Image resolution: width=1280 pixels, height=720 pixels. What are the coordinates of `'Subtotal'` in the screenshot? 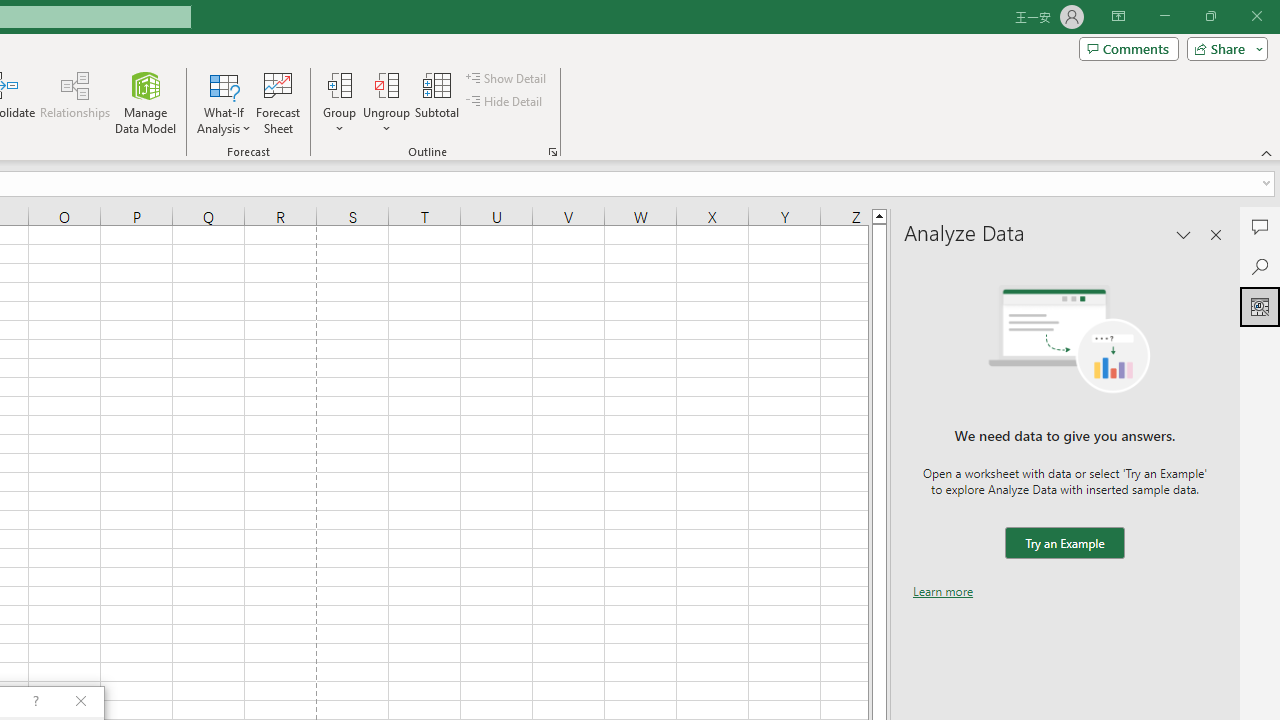 It's located at (436, 103).